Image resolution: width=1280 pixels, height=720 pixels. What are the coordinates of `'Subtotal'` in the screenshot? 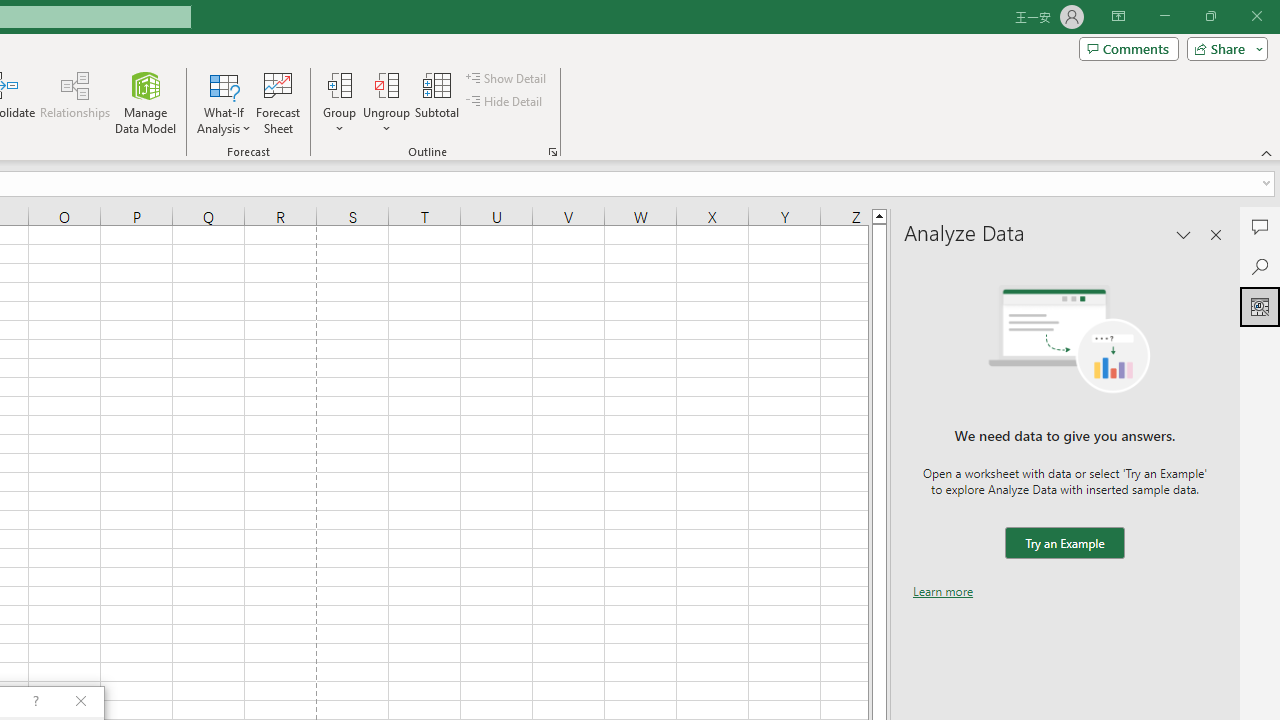 It's located at (436, 103).